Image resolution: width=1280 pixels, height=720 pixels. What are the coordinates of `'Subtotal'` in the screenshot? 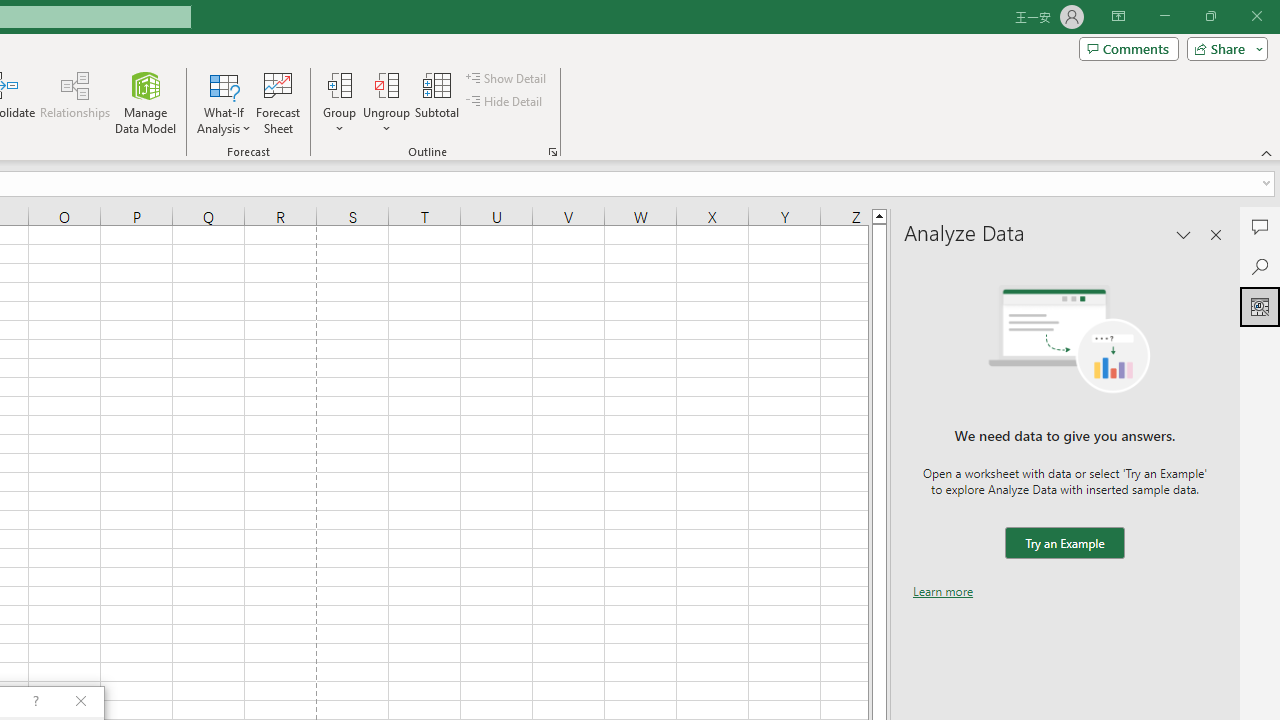 It's located at (436, 103).